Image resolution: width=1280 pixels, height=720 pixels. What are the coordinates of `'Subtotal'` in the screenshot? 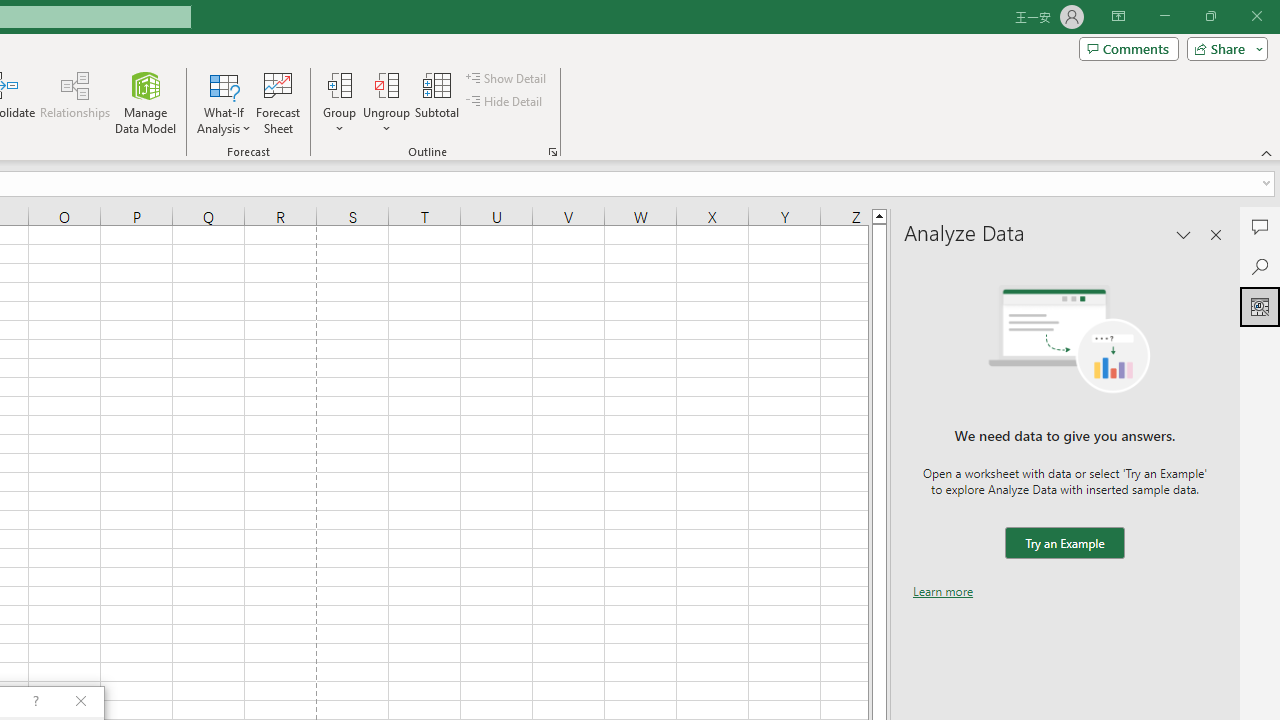 It's located at (436, 103).